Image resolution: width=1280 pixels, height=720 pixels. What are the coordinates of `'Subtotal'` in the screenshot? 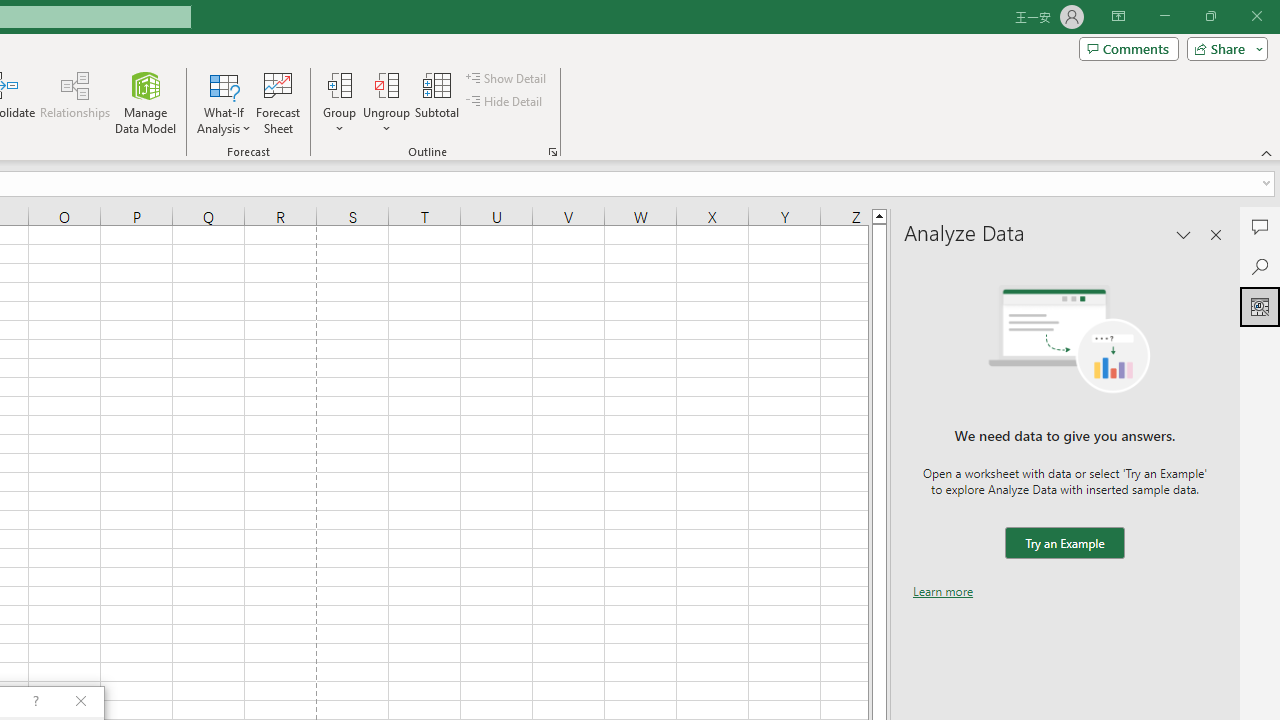 It's located at (436, 103).